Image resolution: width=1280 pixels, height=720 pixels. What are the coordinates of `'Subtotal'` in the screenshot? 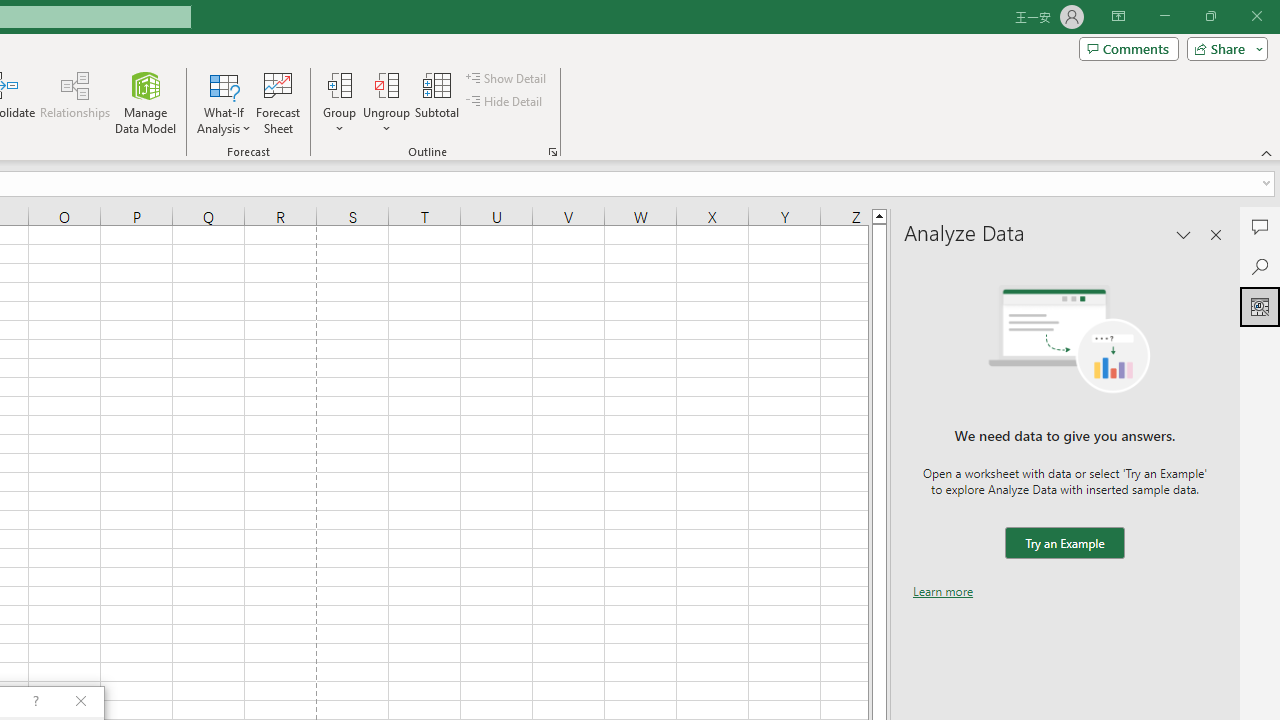 It's located at (436, 103).